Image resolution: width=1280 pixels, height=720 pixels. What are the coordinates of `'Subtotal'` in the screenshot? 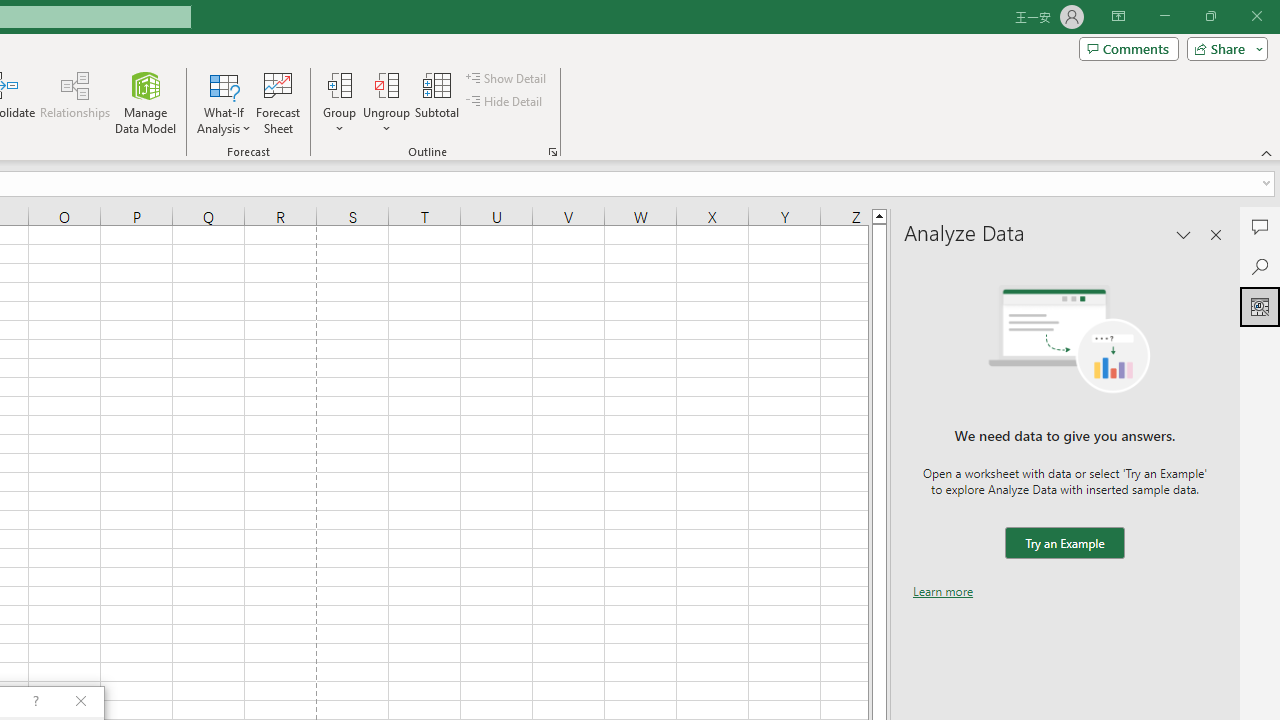 It's located at (436, 103).